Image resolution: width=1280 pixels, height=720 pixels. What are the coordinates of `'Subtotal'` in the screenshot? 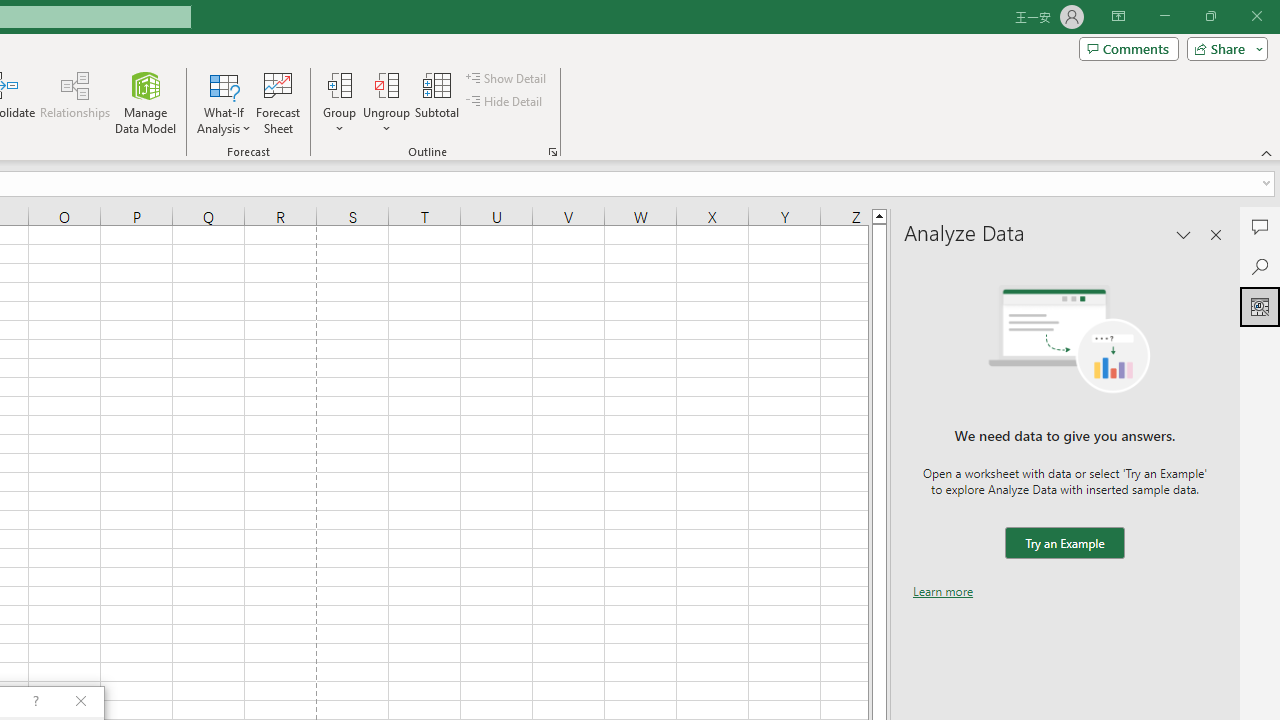 It's located at (436, 103).